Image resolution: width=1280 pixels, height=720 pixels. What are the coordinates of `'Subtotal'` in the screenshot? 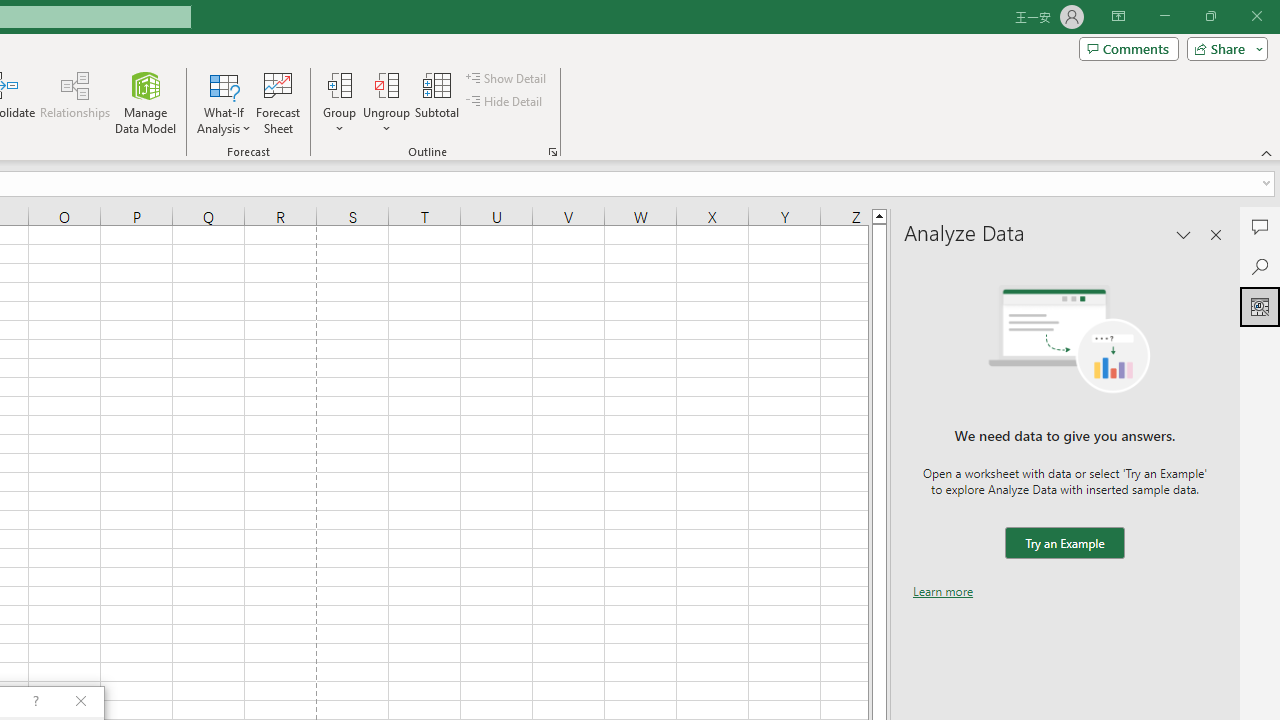 It's located at (436, 103).